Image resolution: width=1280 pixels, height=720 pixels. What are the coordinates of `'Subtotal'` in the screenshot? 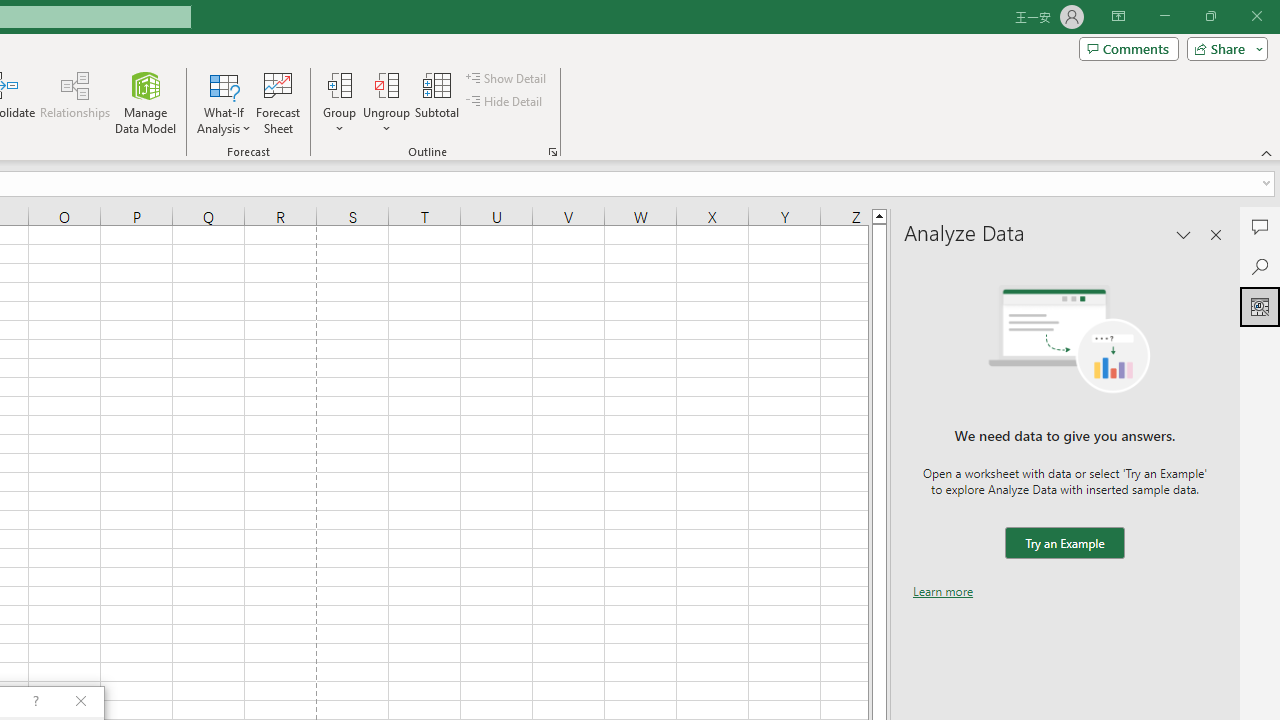 It's located at (436, 103).